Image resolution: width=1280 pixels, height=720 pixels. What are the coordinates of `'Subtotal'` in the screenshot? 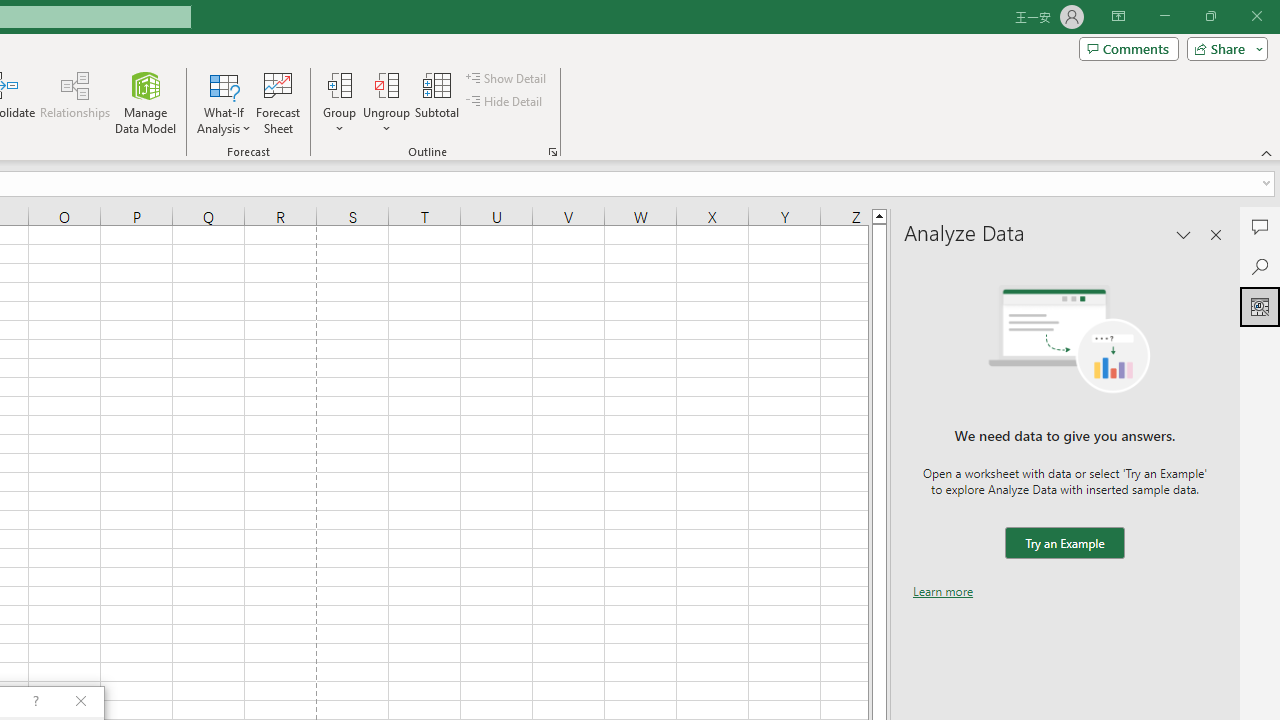 It's located at (436, 103).